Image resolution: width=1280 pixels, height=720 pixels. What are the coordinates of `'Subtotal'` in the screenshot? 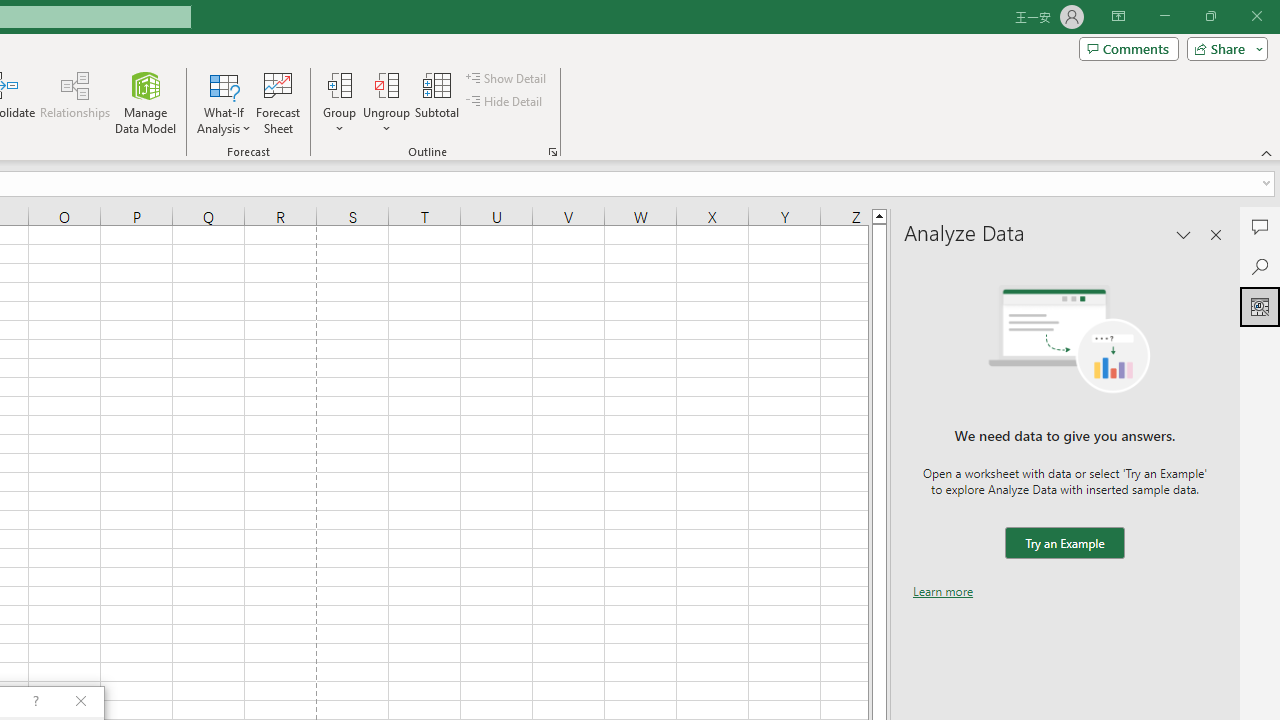 It's located at (436, 103).